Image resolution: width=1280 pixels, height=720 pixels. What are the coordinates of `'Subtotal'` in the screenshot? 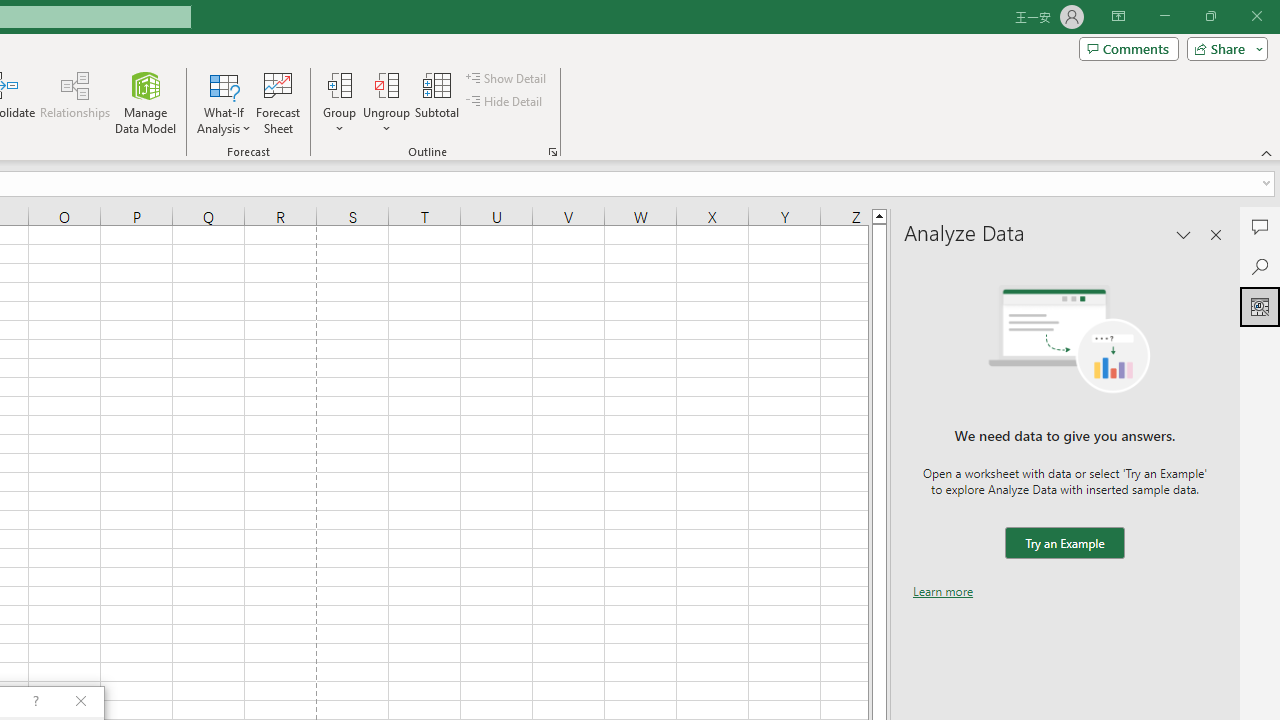 It's located at (436, 103).